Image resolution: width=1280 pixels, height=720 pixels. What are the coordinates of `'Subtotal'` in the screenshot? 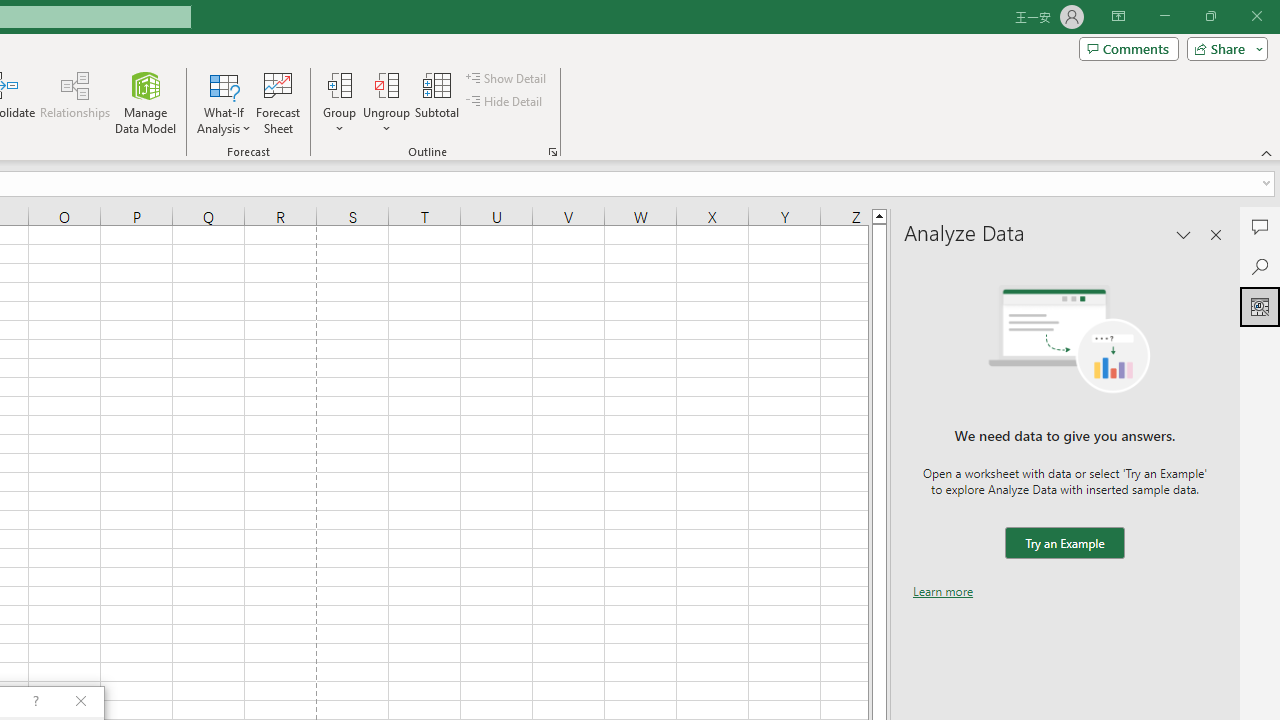 It's located at (436, 103).